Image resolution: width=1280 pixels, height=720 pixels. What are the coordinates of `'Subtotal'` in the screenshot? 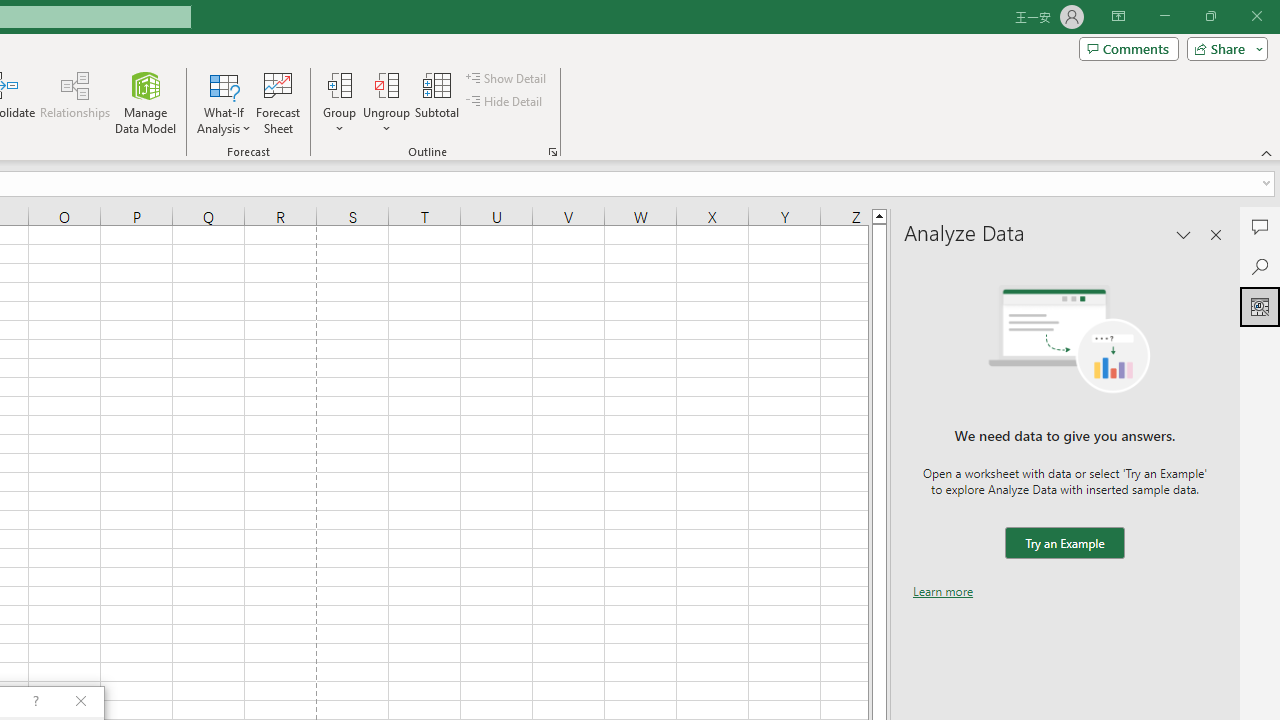 It's located at (436, 103).